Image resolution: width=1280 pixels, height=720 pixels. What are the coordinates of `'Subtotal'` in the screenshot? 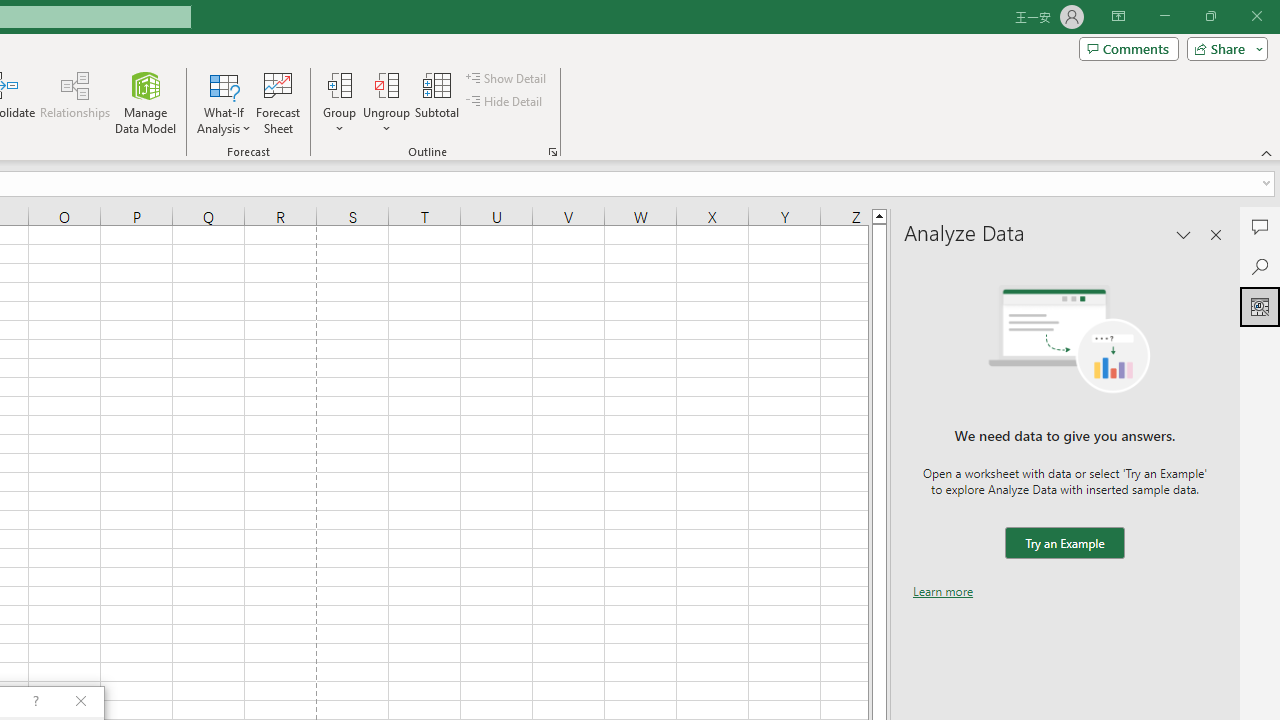 It's located at (436, 103).